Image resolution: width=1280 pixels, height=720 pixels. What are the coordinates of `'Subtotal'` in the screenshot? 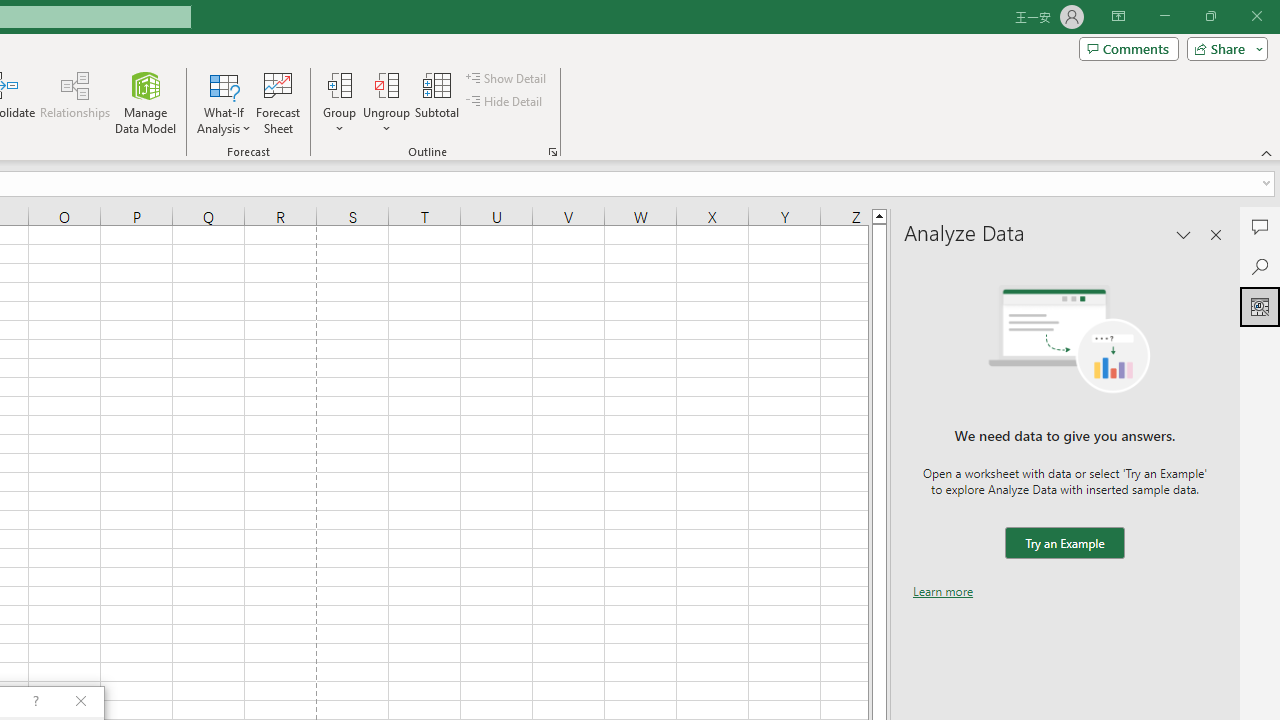 It's located at (436, 103).